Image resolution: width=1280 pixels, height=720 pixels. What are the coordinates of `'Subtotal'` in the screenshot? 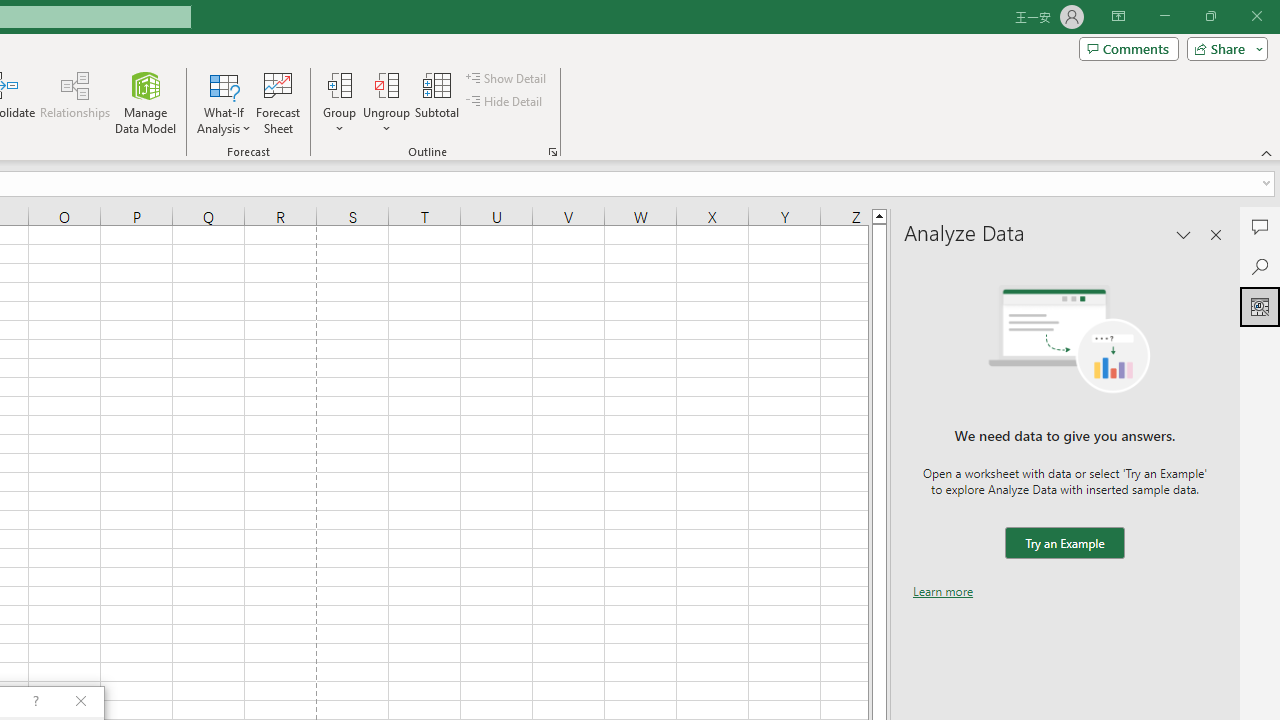 It's located at (436, 103).